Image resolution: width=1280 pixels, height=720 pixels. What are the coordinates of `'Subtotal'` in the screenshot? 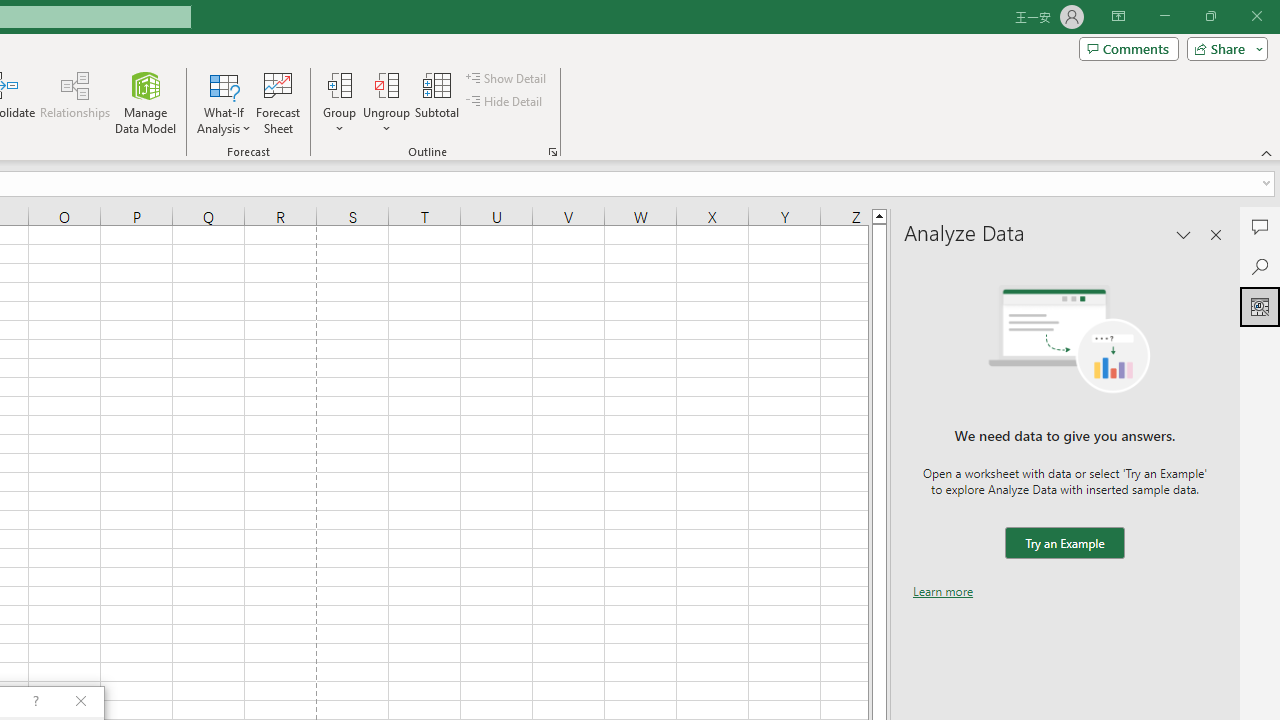 It's located at (436, 103).